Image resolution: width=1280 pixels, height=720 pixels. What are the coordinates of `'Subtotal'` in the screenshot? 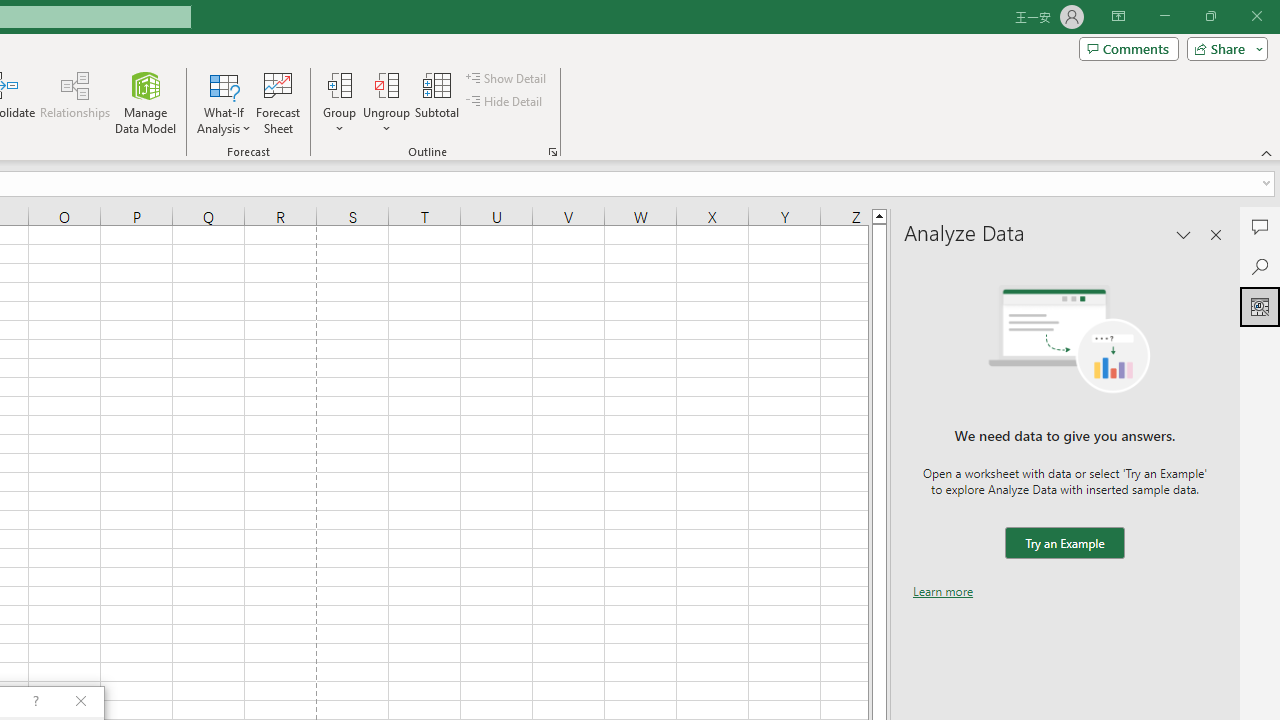 It's located at (436, 103).